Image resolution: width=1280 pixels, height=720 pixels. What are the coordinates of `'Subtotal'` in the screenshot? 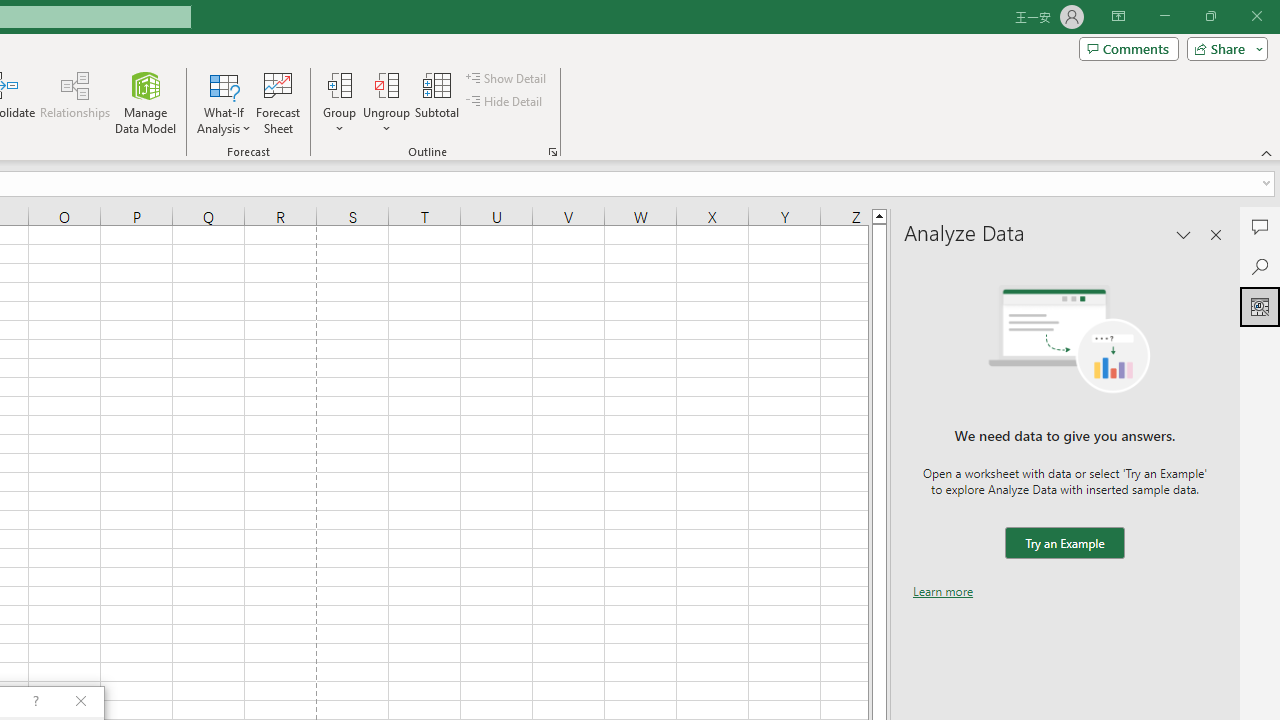 It's located at (436, 103).